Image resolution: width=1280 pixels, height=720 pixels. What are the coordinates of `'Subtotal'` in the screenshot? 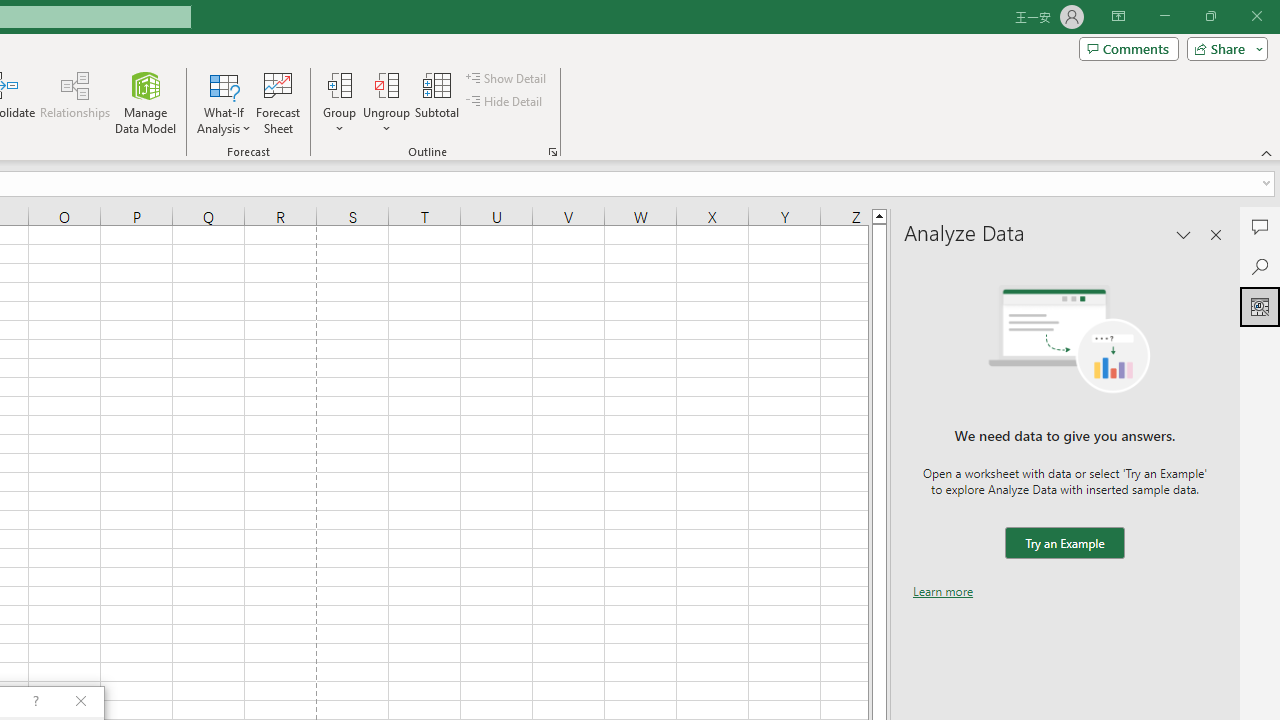 It's located at (436, 103).